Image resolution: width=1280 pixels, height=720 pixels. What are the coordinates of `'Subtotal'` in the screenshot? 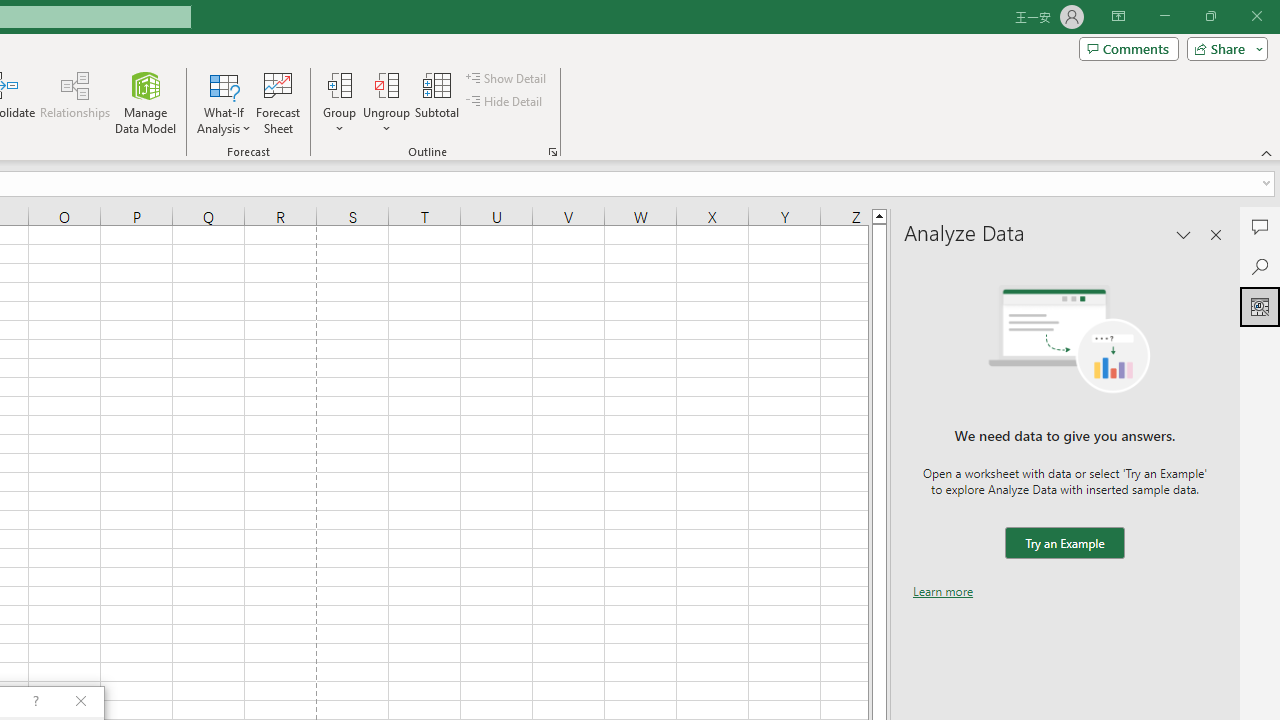 It's located at (436, 103).